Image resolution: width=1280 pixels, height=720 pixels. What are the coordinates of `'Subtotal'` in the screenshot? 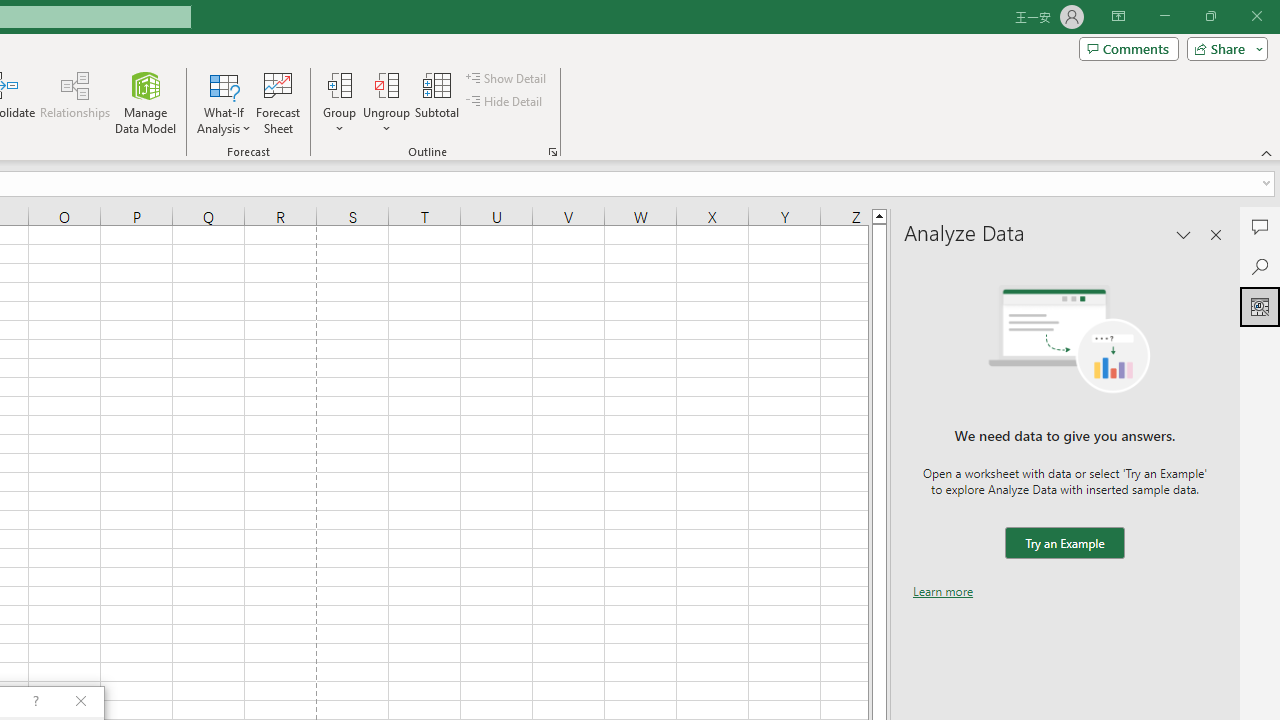 It's located at (436, 103).